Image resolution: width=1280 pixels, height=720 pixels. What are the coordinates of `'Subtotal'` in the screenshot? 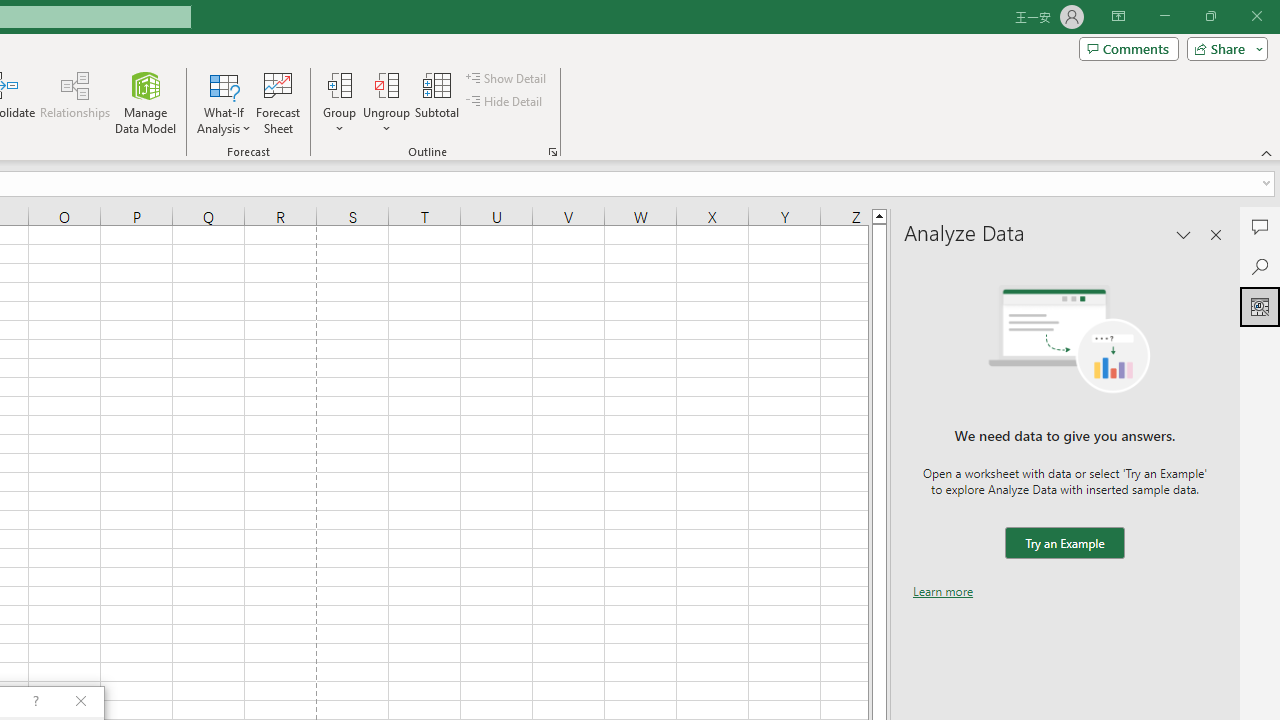 It's located at (436, 103).